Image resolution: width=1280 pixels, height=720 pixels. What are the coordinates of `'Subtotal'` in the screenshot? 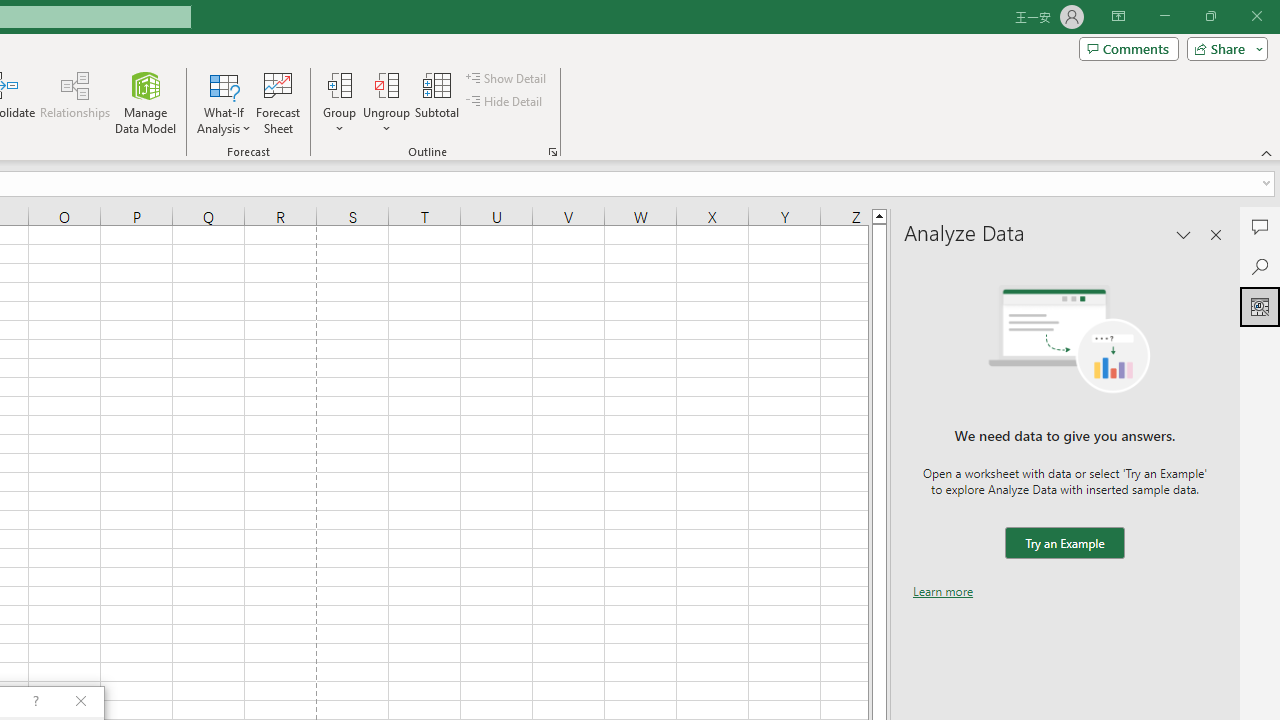 It's located at (436, 103).